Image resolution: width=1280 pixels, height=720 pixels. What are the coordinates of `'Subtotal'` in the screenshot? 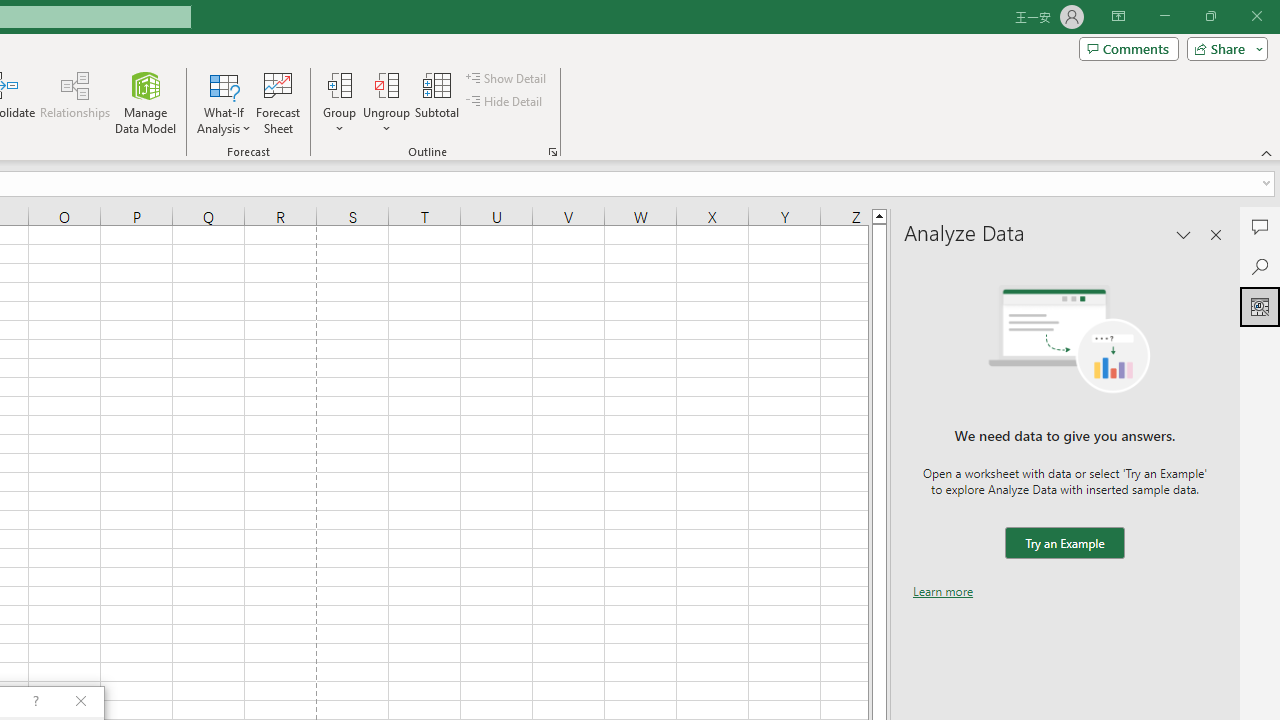 It's located at (436, 103).